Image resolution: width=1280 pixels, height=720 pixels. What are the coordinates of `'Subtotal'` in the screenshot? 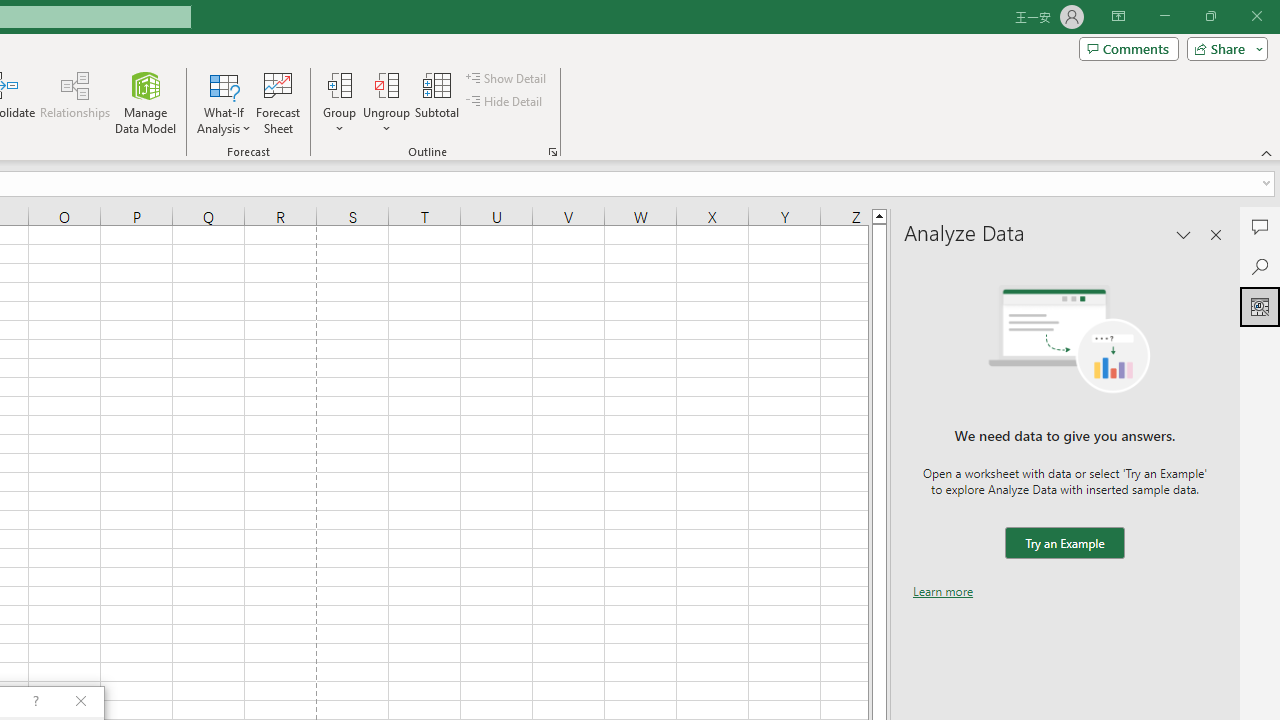 It's located at (436, 103).